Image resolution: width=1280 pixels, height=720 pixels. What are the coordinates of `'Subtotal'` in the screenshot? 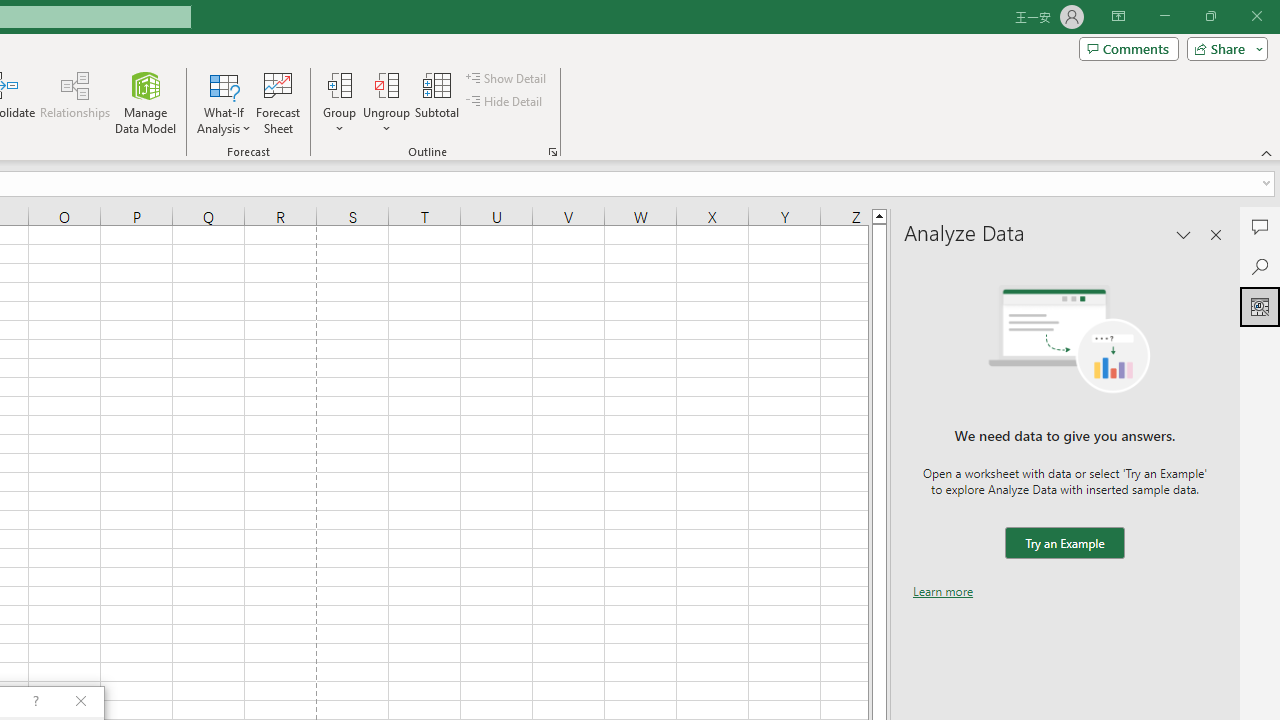 It's located at (436, 103).